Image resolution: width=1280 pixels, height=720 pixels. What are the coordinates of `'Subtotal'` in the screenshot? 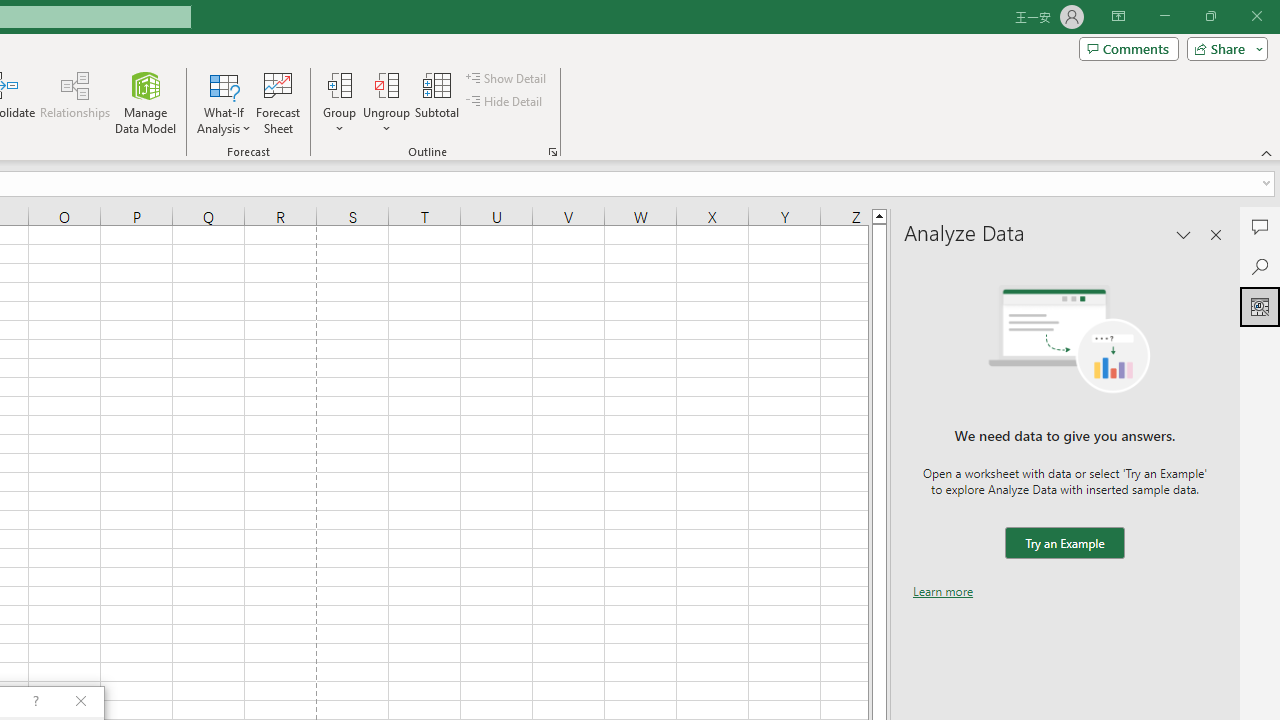 It's located at (436, 103).